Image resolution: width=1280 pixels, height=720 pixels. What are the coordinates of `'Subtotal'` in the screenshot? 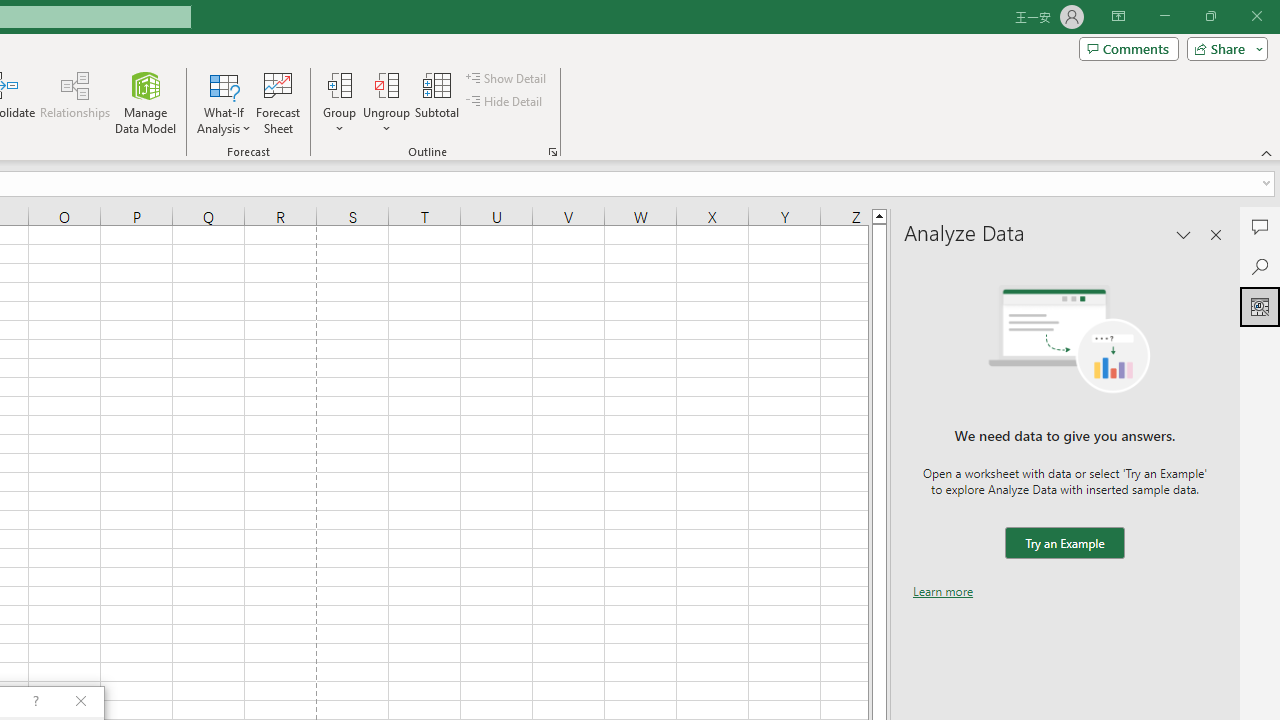 It's located at (436, 103).